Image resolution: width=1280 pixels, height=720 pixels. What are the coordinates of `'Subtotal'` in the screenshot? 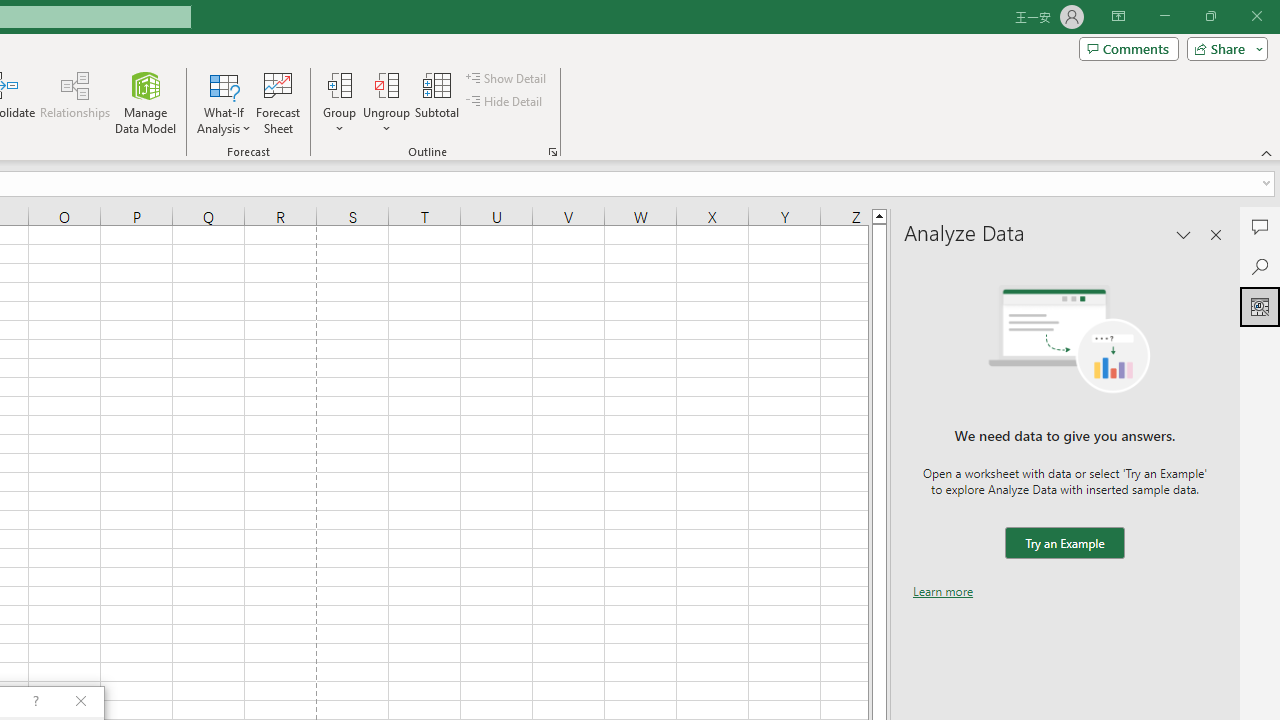 It's located at (436, 103).